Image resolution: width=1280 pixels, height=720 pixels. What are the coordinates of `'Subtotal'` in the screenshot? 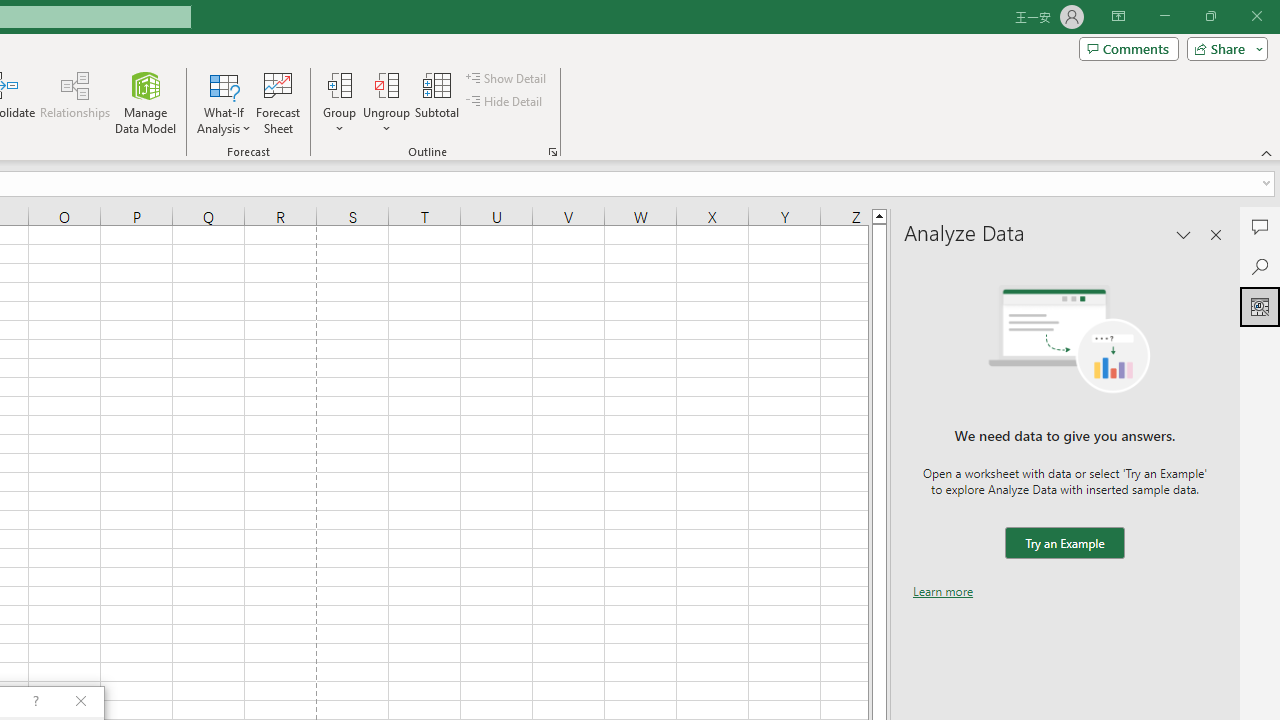 It's located at (436, 103).